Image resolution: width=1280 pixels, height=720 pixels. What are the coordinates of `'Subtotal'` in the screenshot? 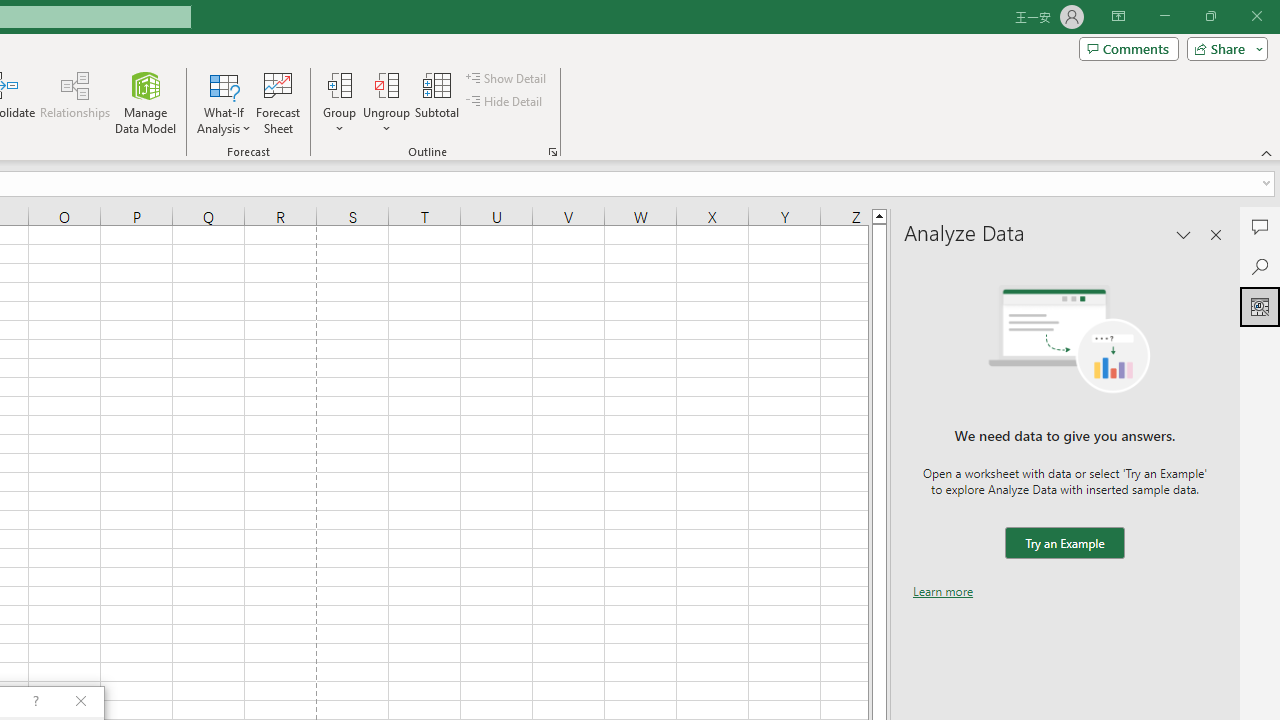 It's located at (436, 103).